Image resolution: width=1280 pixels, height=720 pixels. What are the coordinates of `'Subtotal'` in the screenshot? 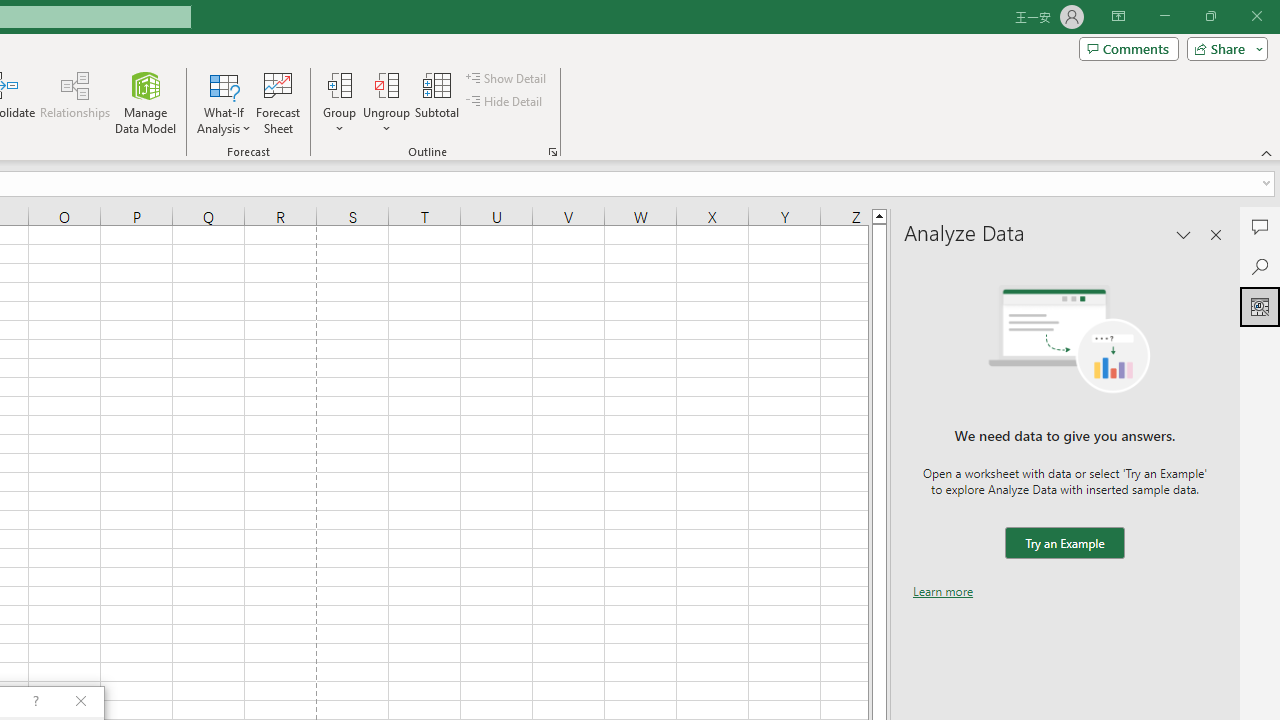 It's located at (436, 103).